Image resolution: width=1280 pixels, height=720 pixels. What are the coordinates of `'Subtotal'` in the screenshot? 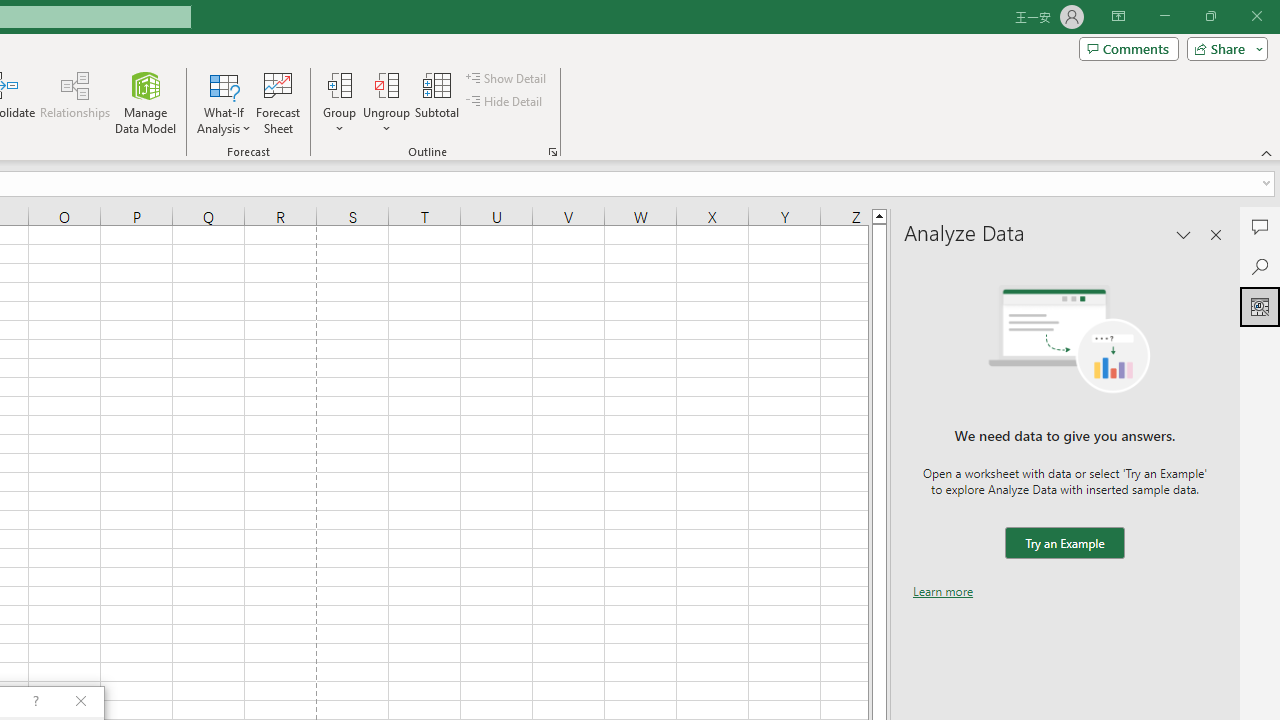 It's located at (436, 103).